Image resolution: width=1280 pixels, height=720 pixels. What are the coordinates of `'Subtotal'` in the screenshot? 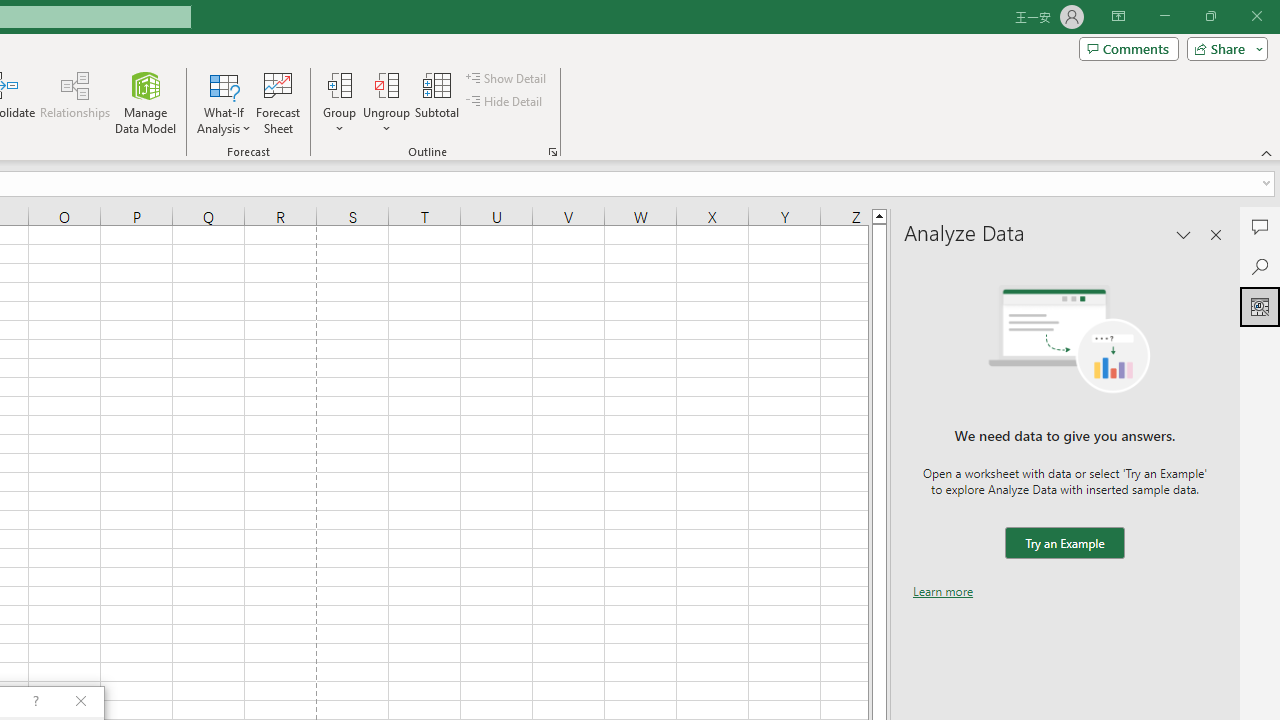 It's located at (436, 103).